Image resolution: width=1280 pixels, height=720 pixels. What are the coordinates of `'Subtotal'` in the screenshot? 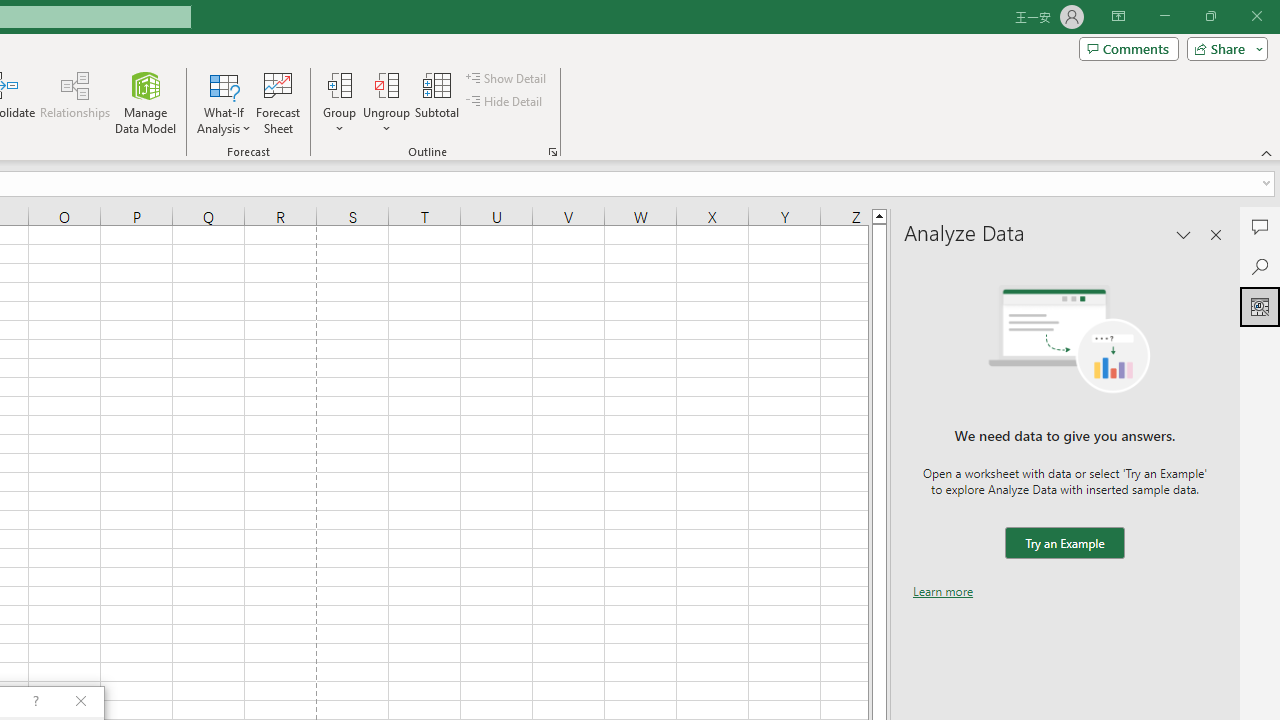 It's located at (436, 103).